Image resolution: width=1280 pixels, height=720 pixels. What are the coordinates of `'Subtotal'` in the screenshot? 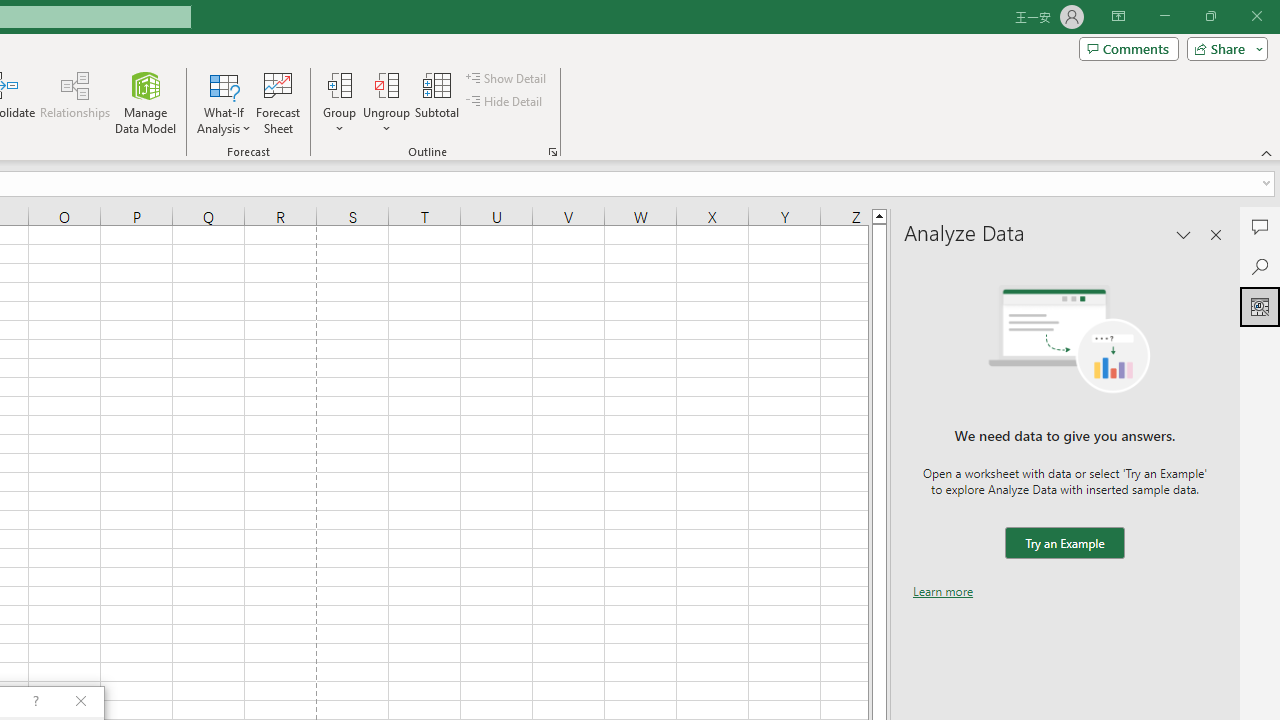 It's located at (436, 103).